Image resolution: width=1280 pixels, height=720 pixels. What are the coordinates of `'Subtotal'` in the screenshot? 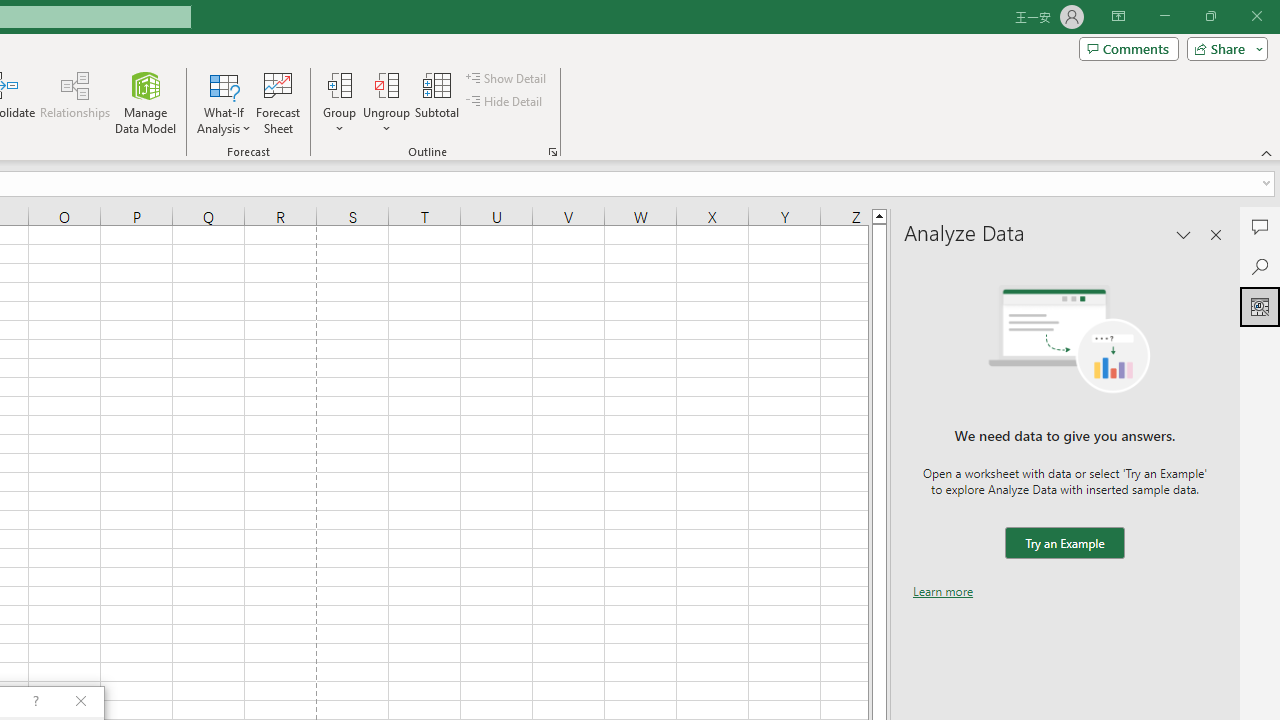 It's located at (436, 103).